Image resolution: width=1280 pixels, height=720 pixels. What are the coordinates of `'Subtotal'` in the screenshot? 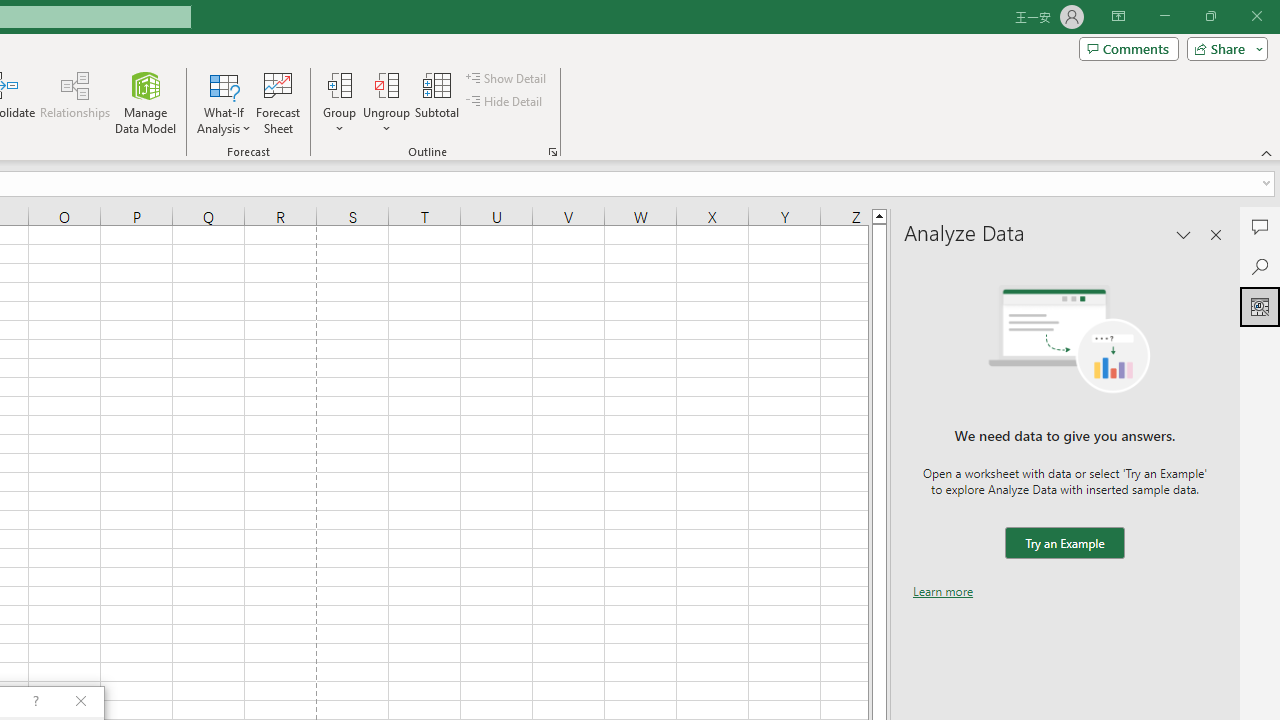 It's located at (436, 103).